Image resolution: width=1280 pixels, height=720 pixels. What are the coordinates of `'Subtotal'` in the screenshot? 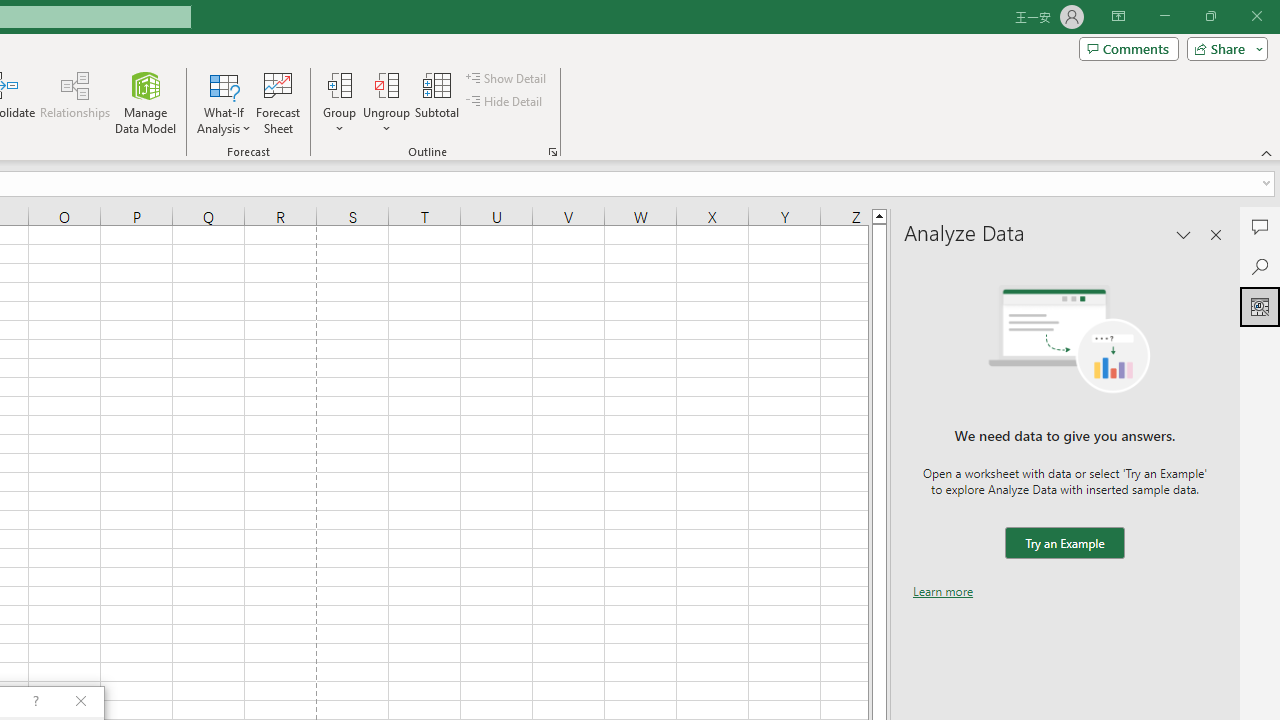 It's located at (436, 103).